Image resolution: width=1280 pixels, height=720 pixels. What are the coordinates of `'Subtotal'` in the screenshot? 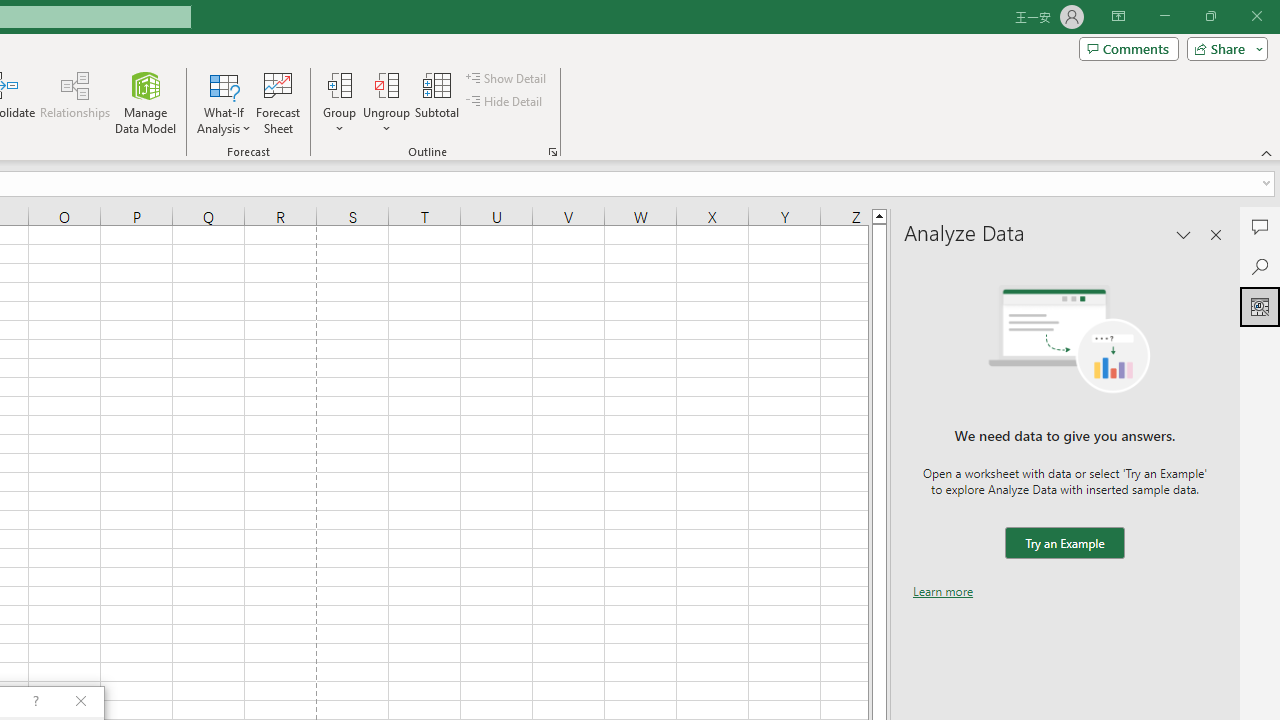 It's located at (436, 103).